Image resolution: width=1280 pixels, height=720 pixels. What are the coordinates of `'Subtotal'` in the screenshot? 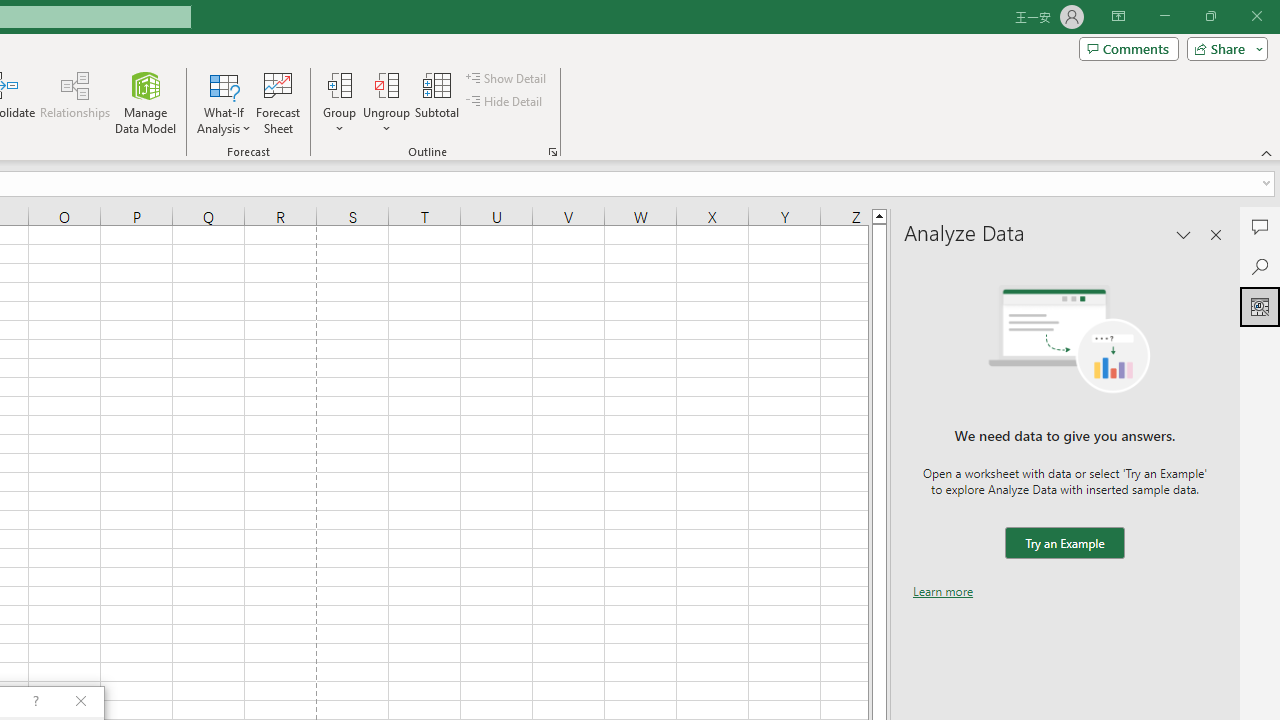 It's located at (436, 103).